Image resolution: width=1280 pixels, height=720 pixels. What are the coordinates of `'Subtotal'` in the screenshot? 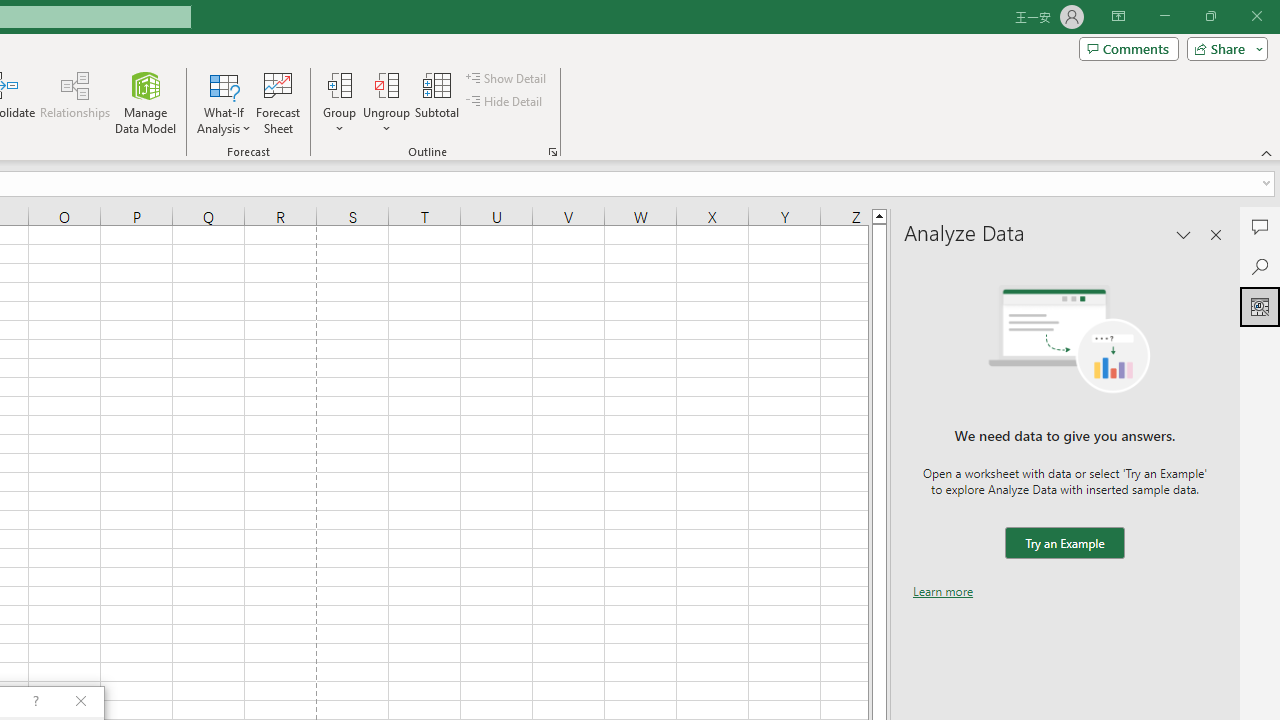 It's located at (436, 103).